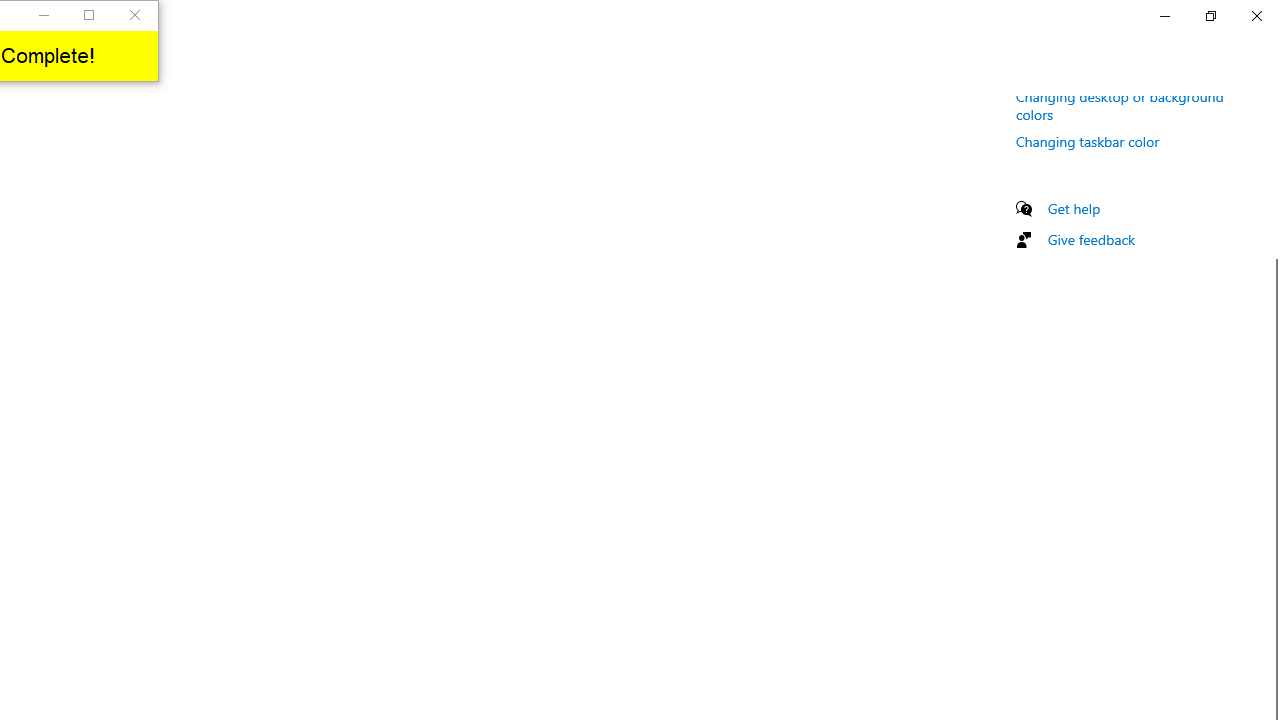 The image size is (1280, 720). What do you see at coordinates (1073, 208) in the screenshot?
I see `'Get help'` at bounding box center [1073, 208].